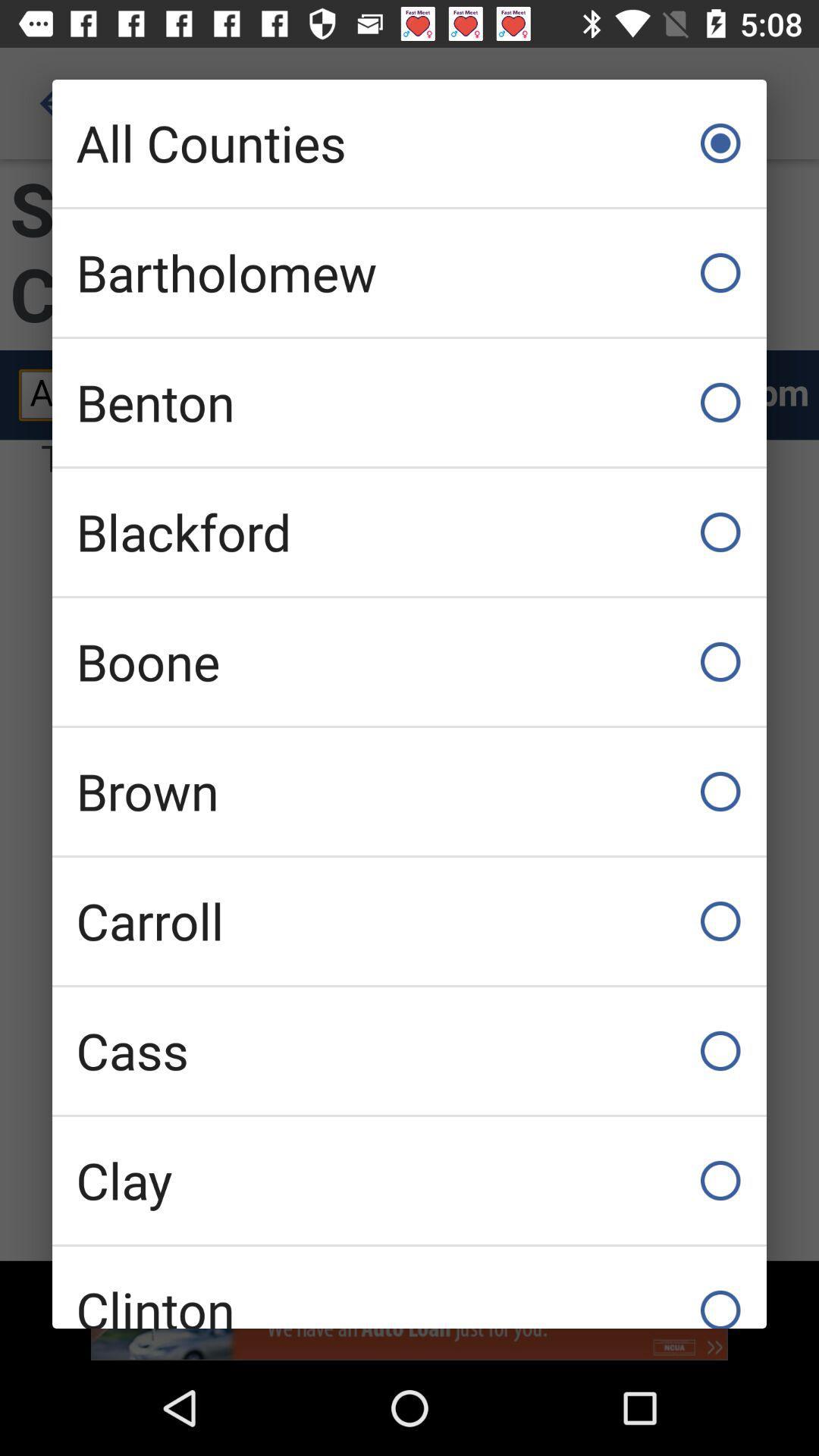  Describe the element at coordinates (409, 143) in the screenshot. I see `all counties` at that location.